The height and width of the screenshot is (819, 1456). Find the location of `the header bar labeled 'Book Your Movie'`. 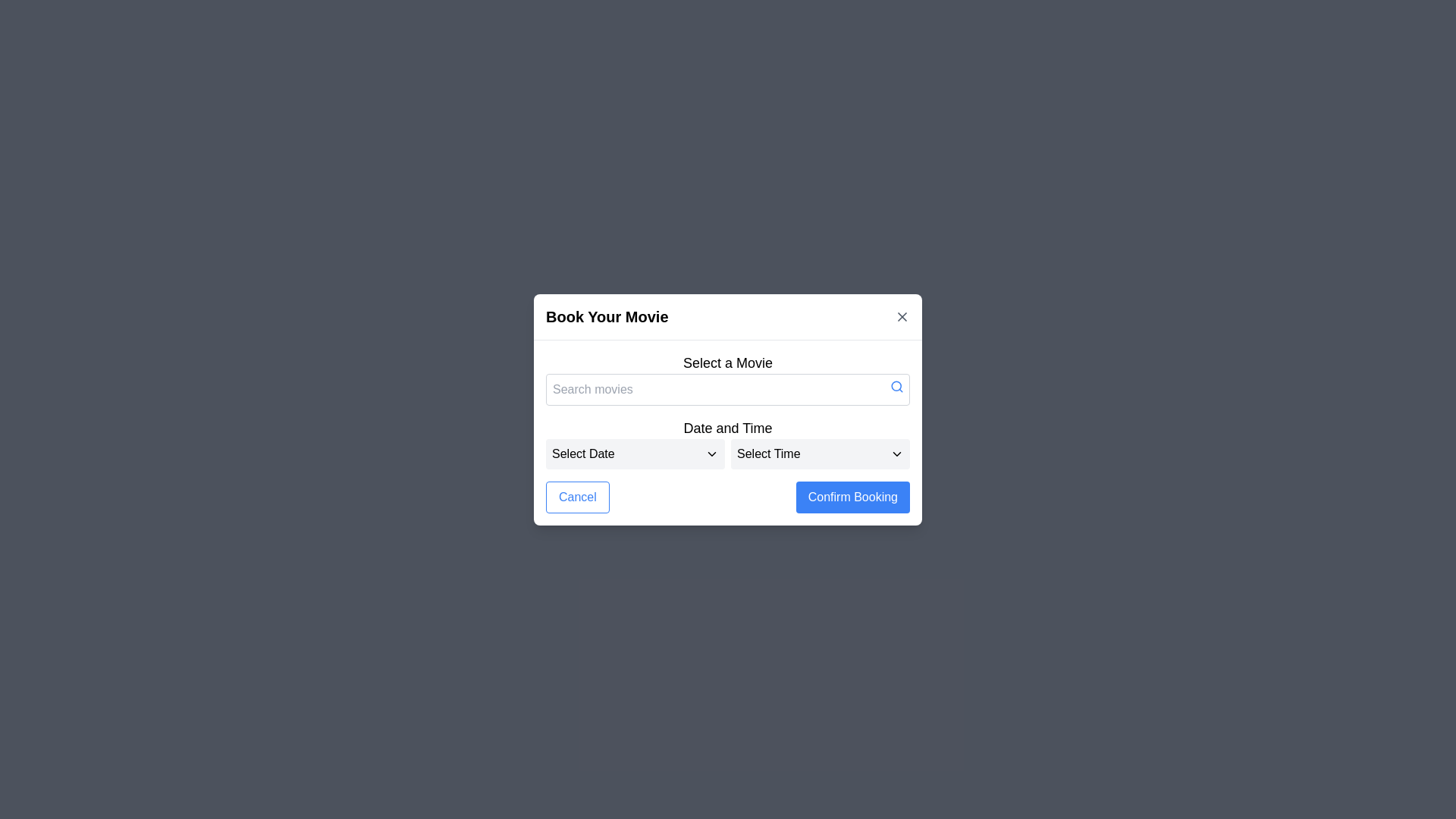

the header bar labeled 'Book Your Movie' is located at coordinates (728, 315).